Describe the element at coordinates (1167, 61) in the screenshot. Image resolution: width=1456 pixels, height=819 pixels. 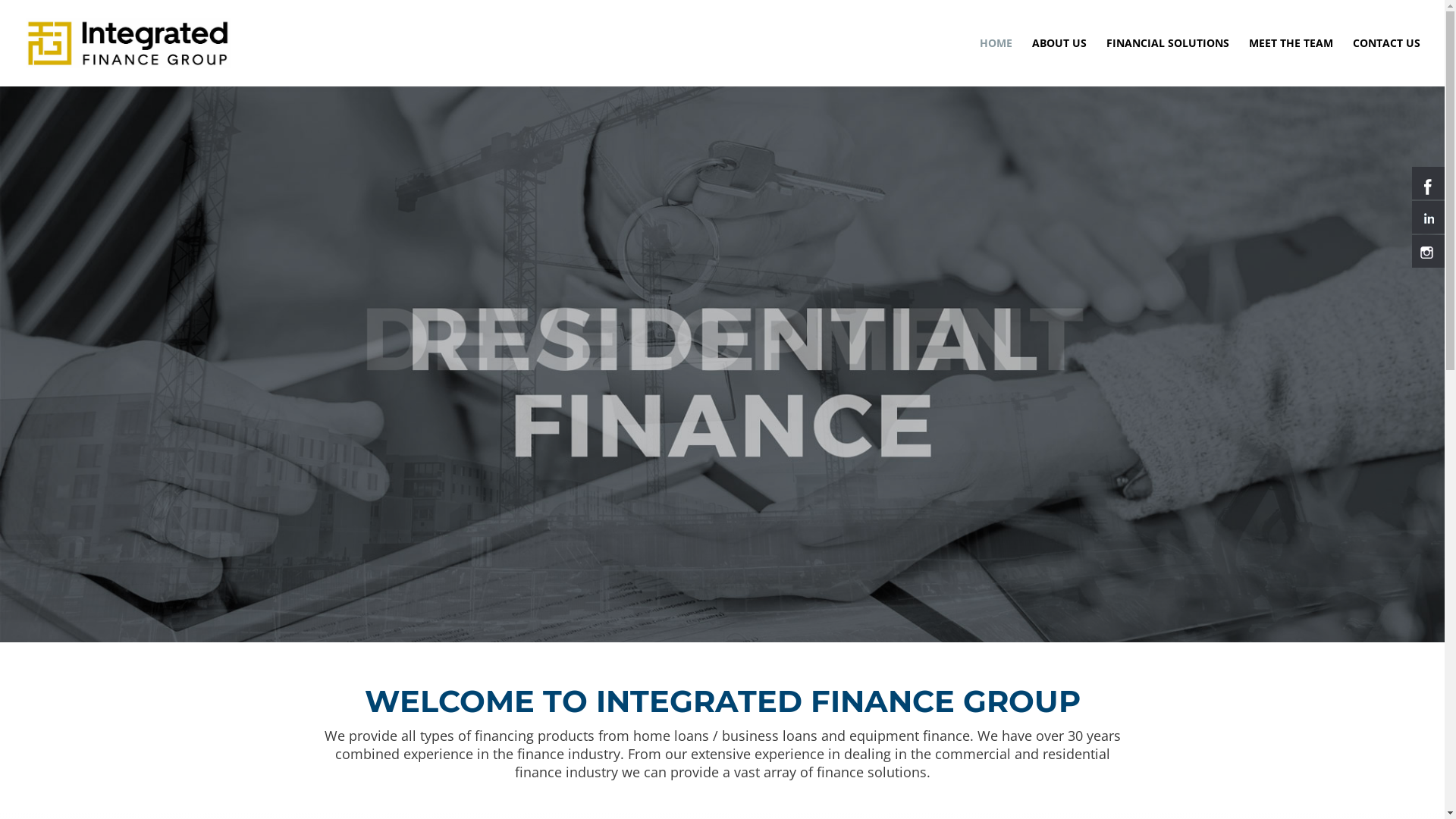
I see `'FINANCIAL SOLUTIONS'` at that location.